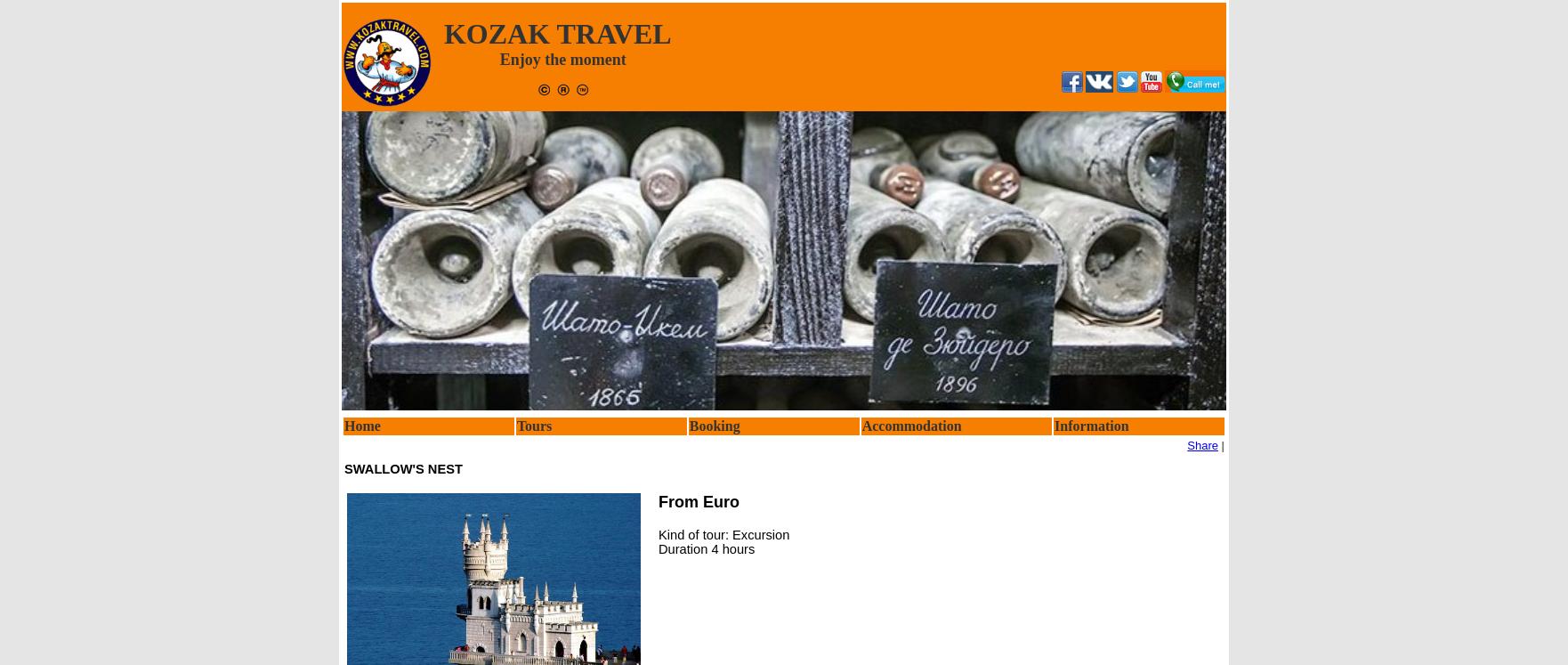 The height and width of the screenshot is (665, 1568). What do you see at coordinates (1095, 523) in the screenshot?
I see `'Info Crimea'` at bounding box center [1095, 523].